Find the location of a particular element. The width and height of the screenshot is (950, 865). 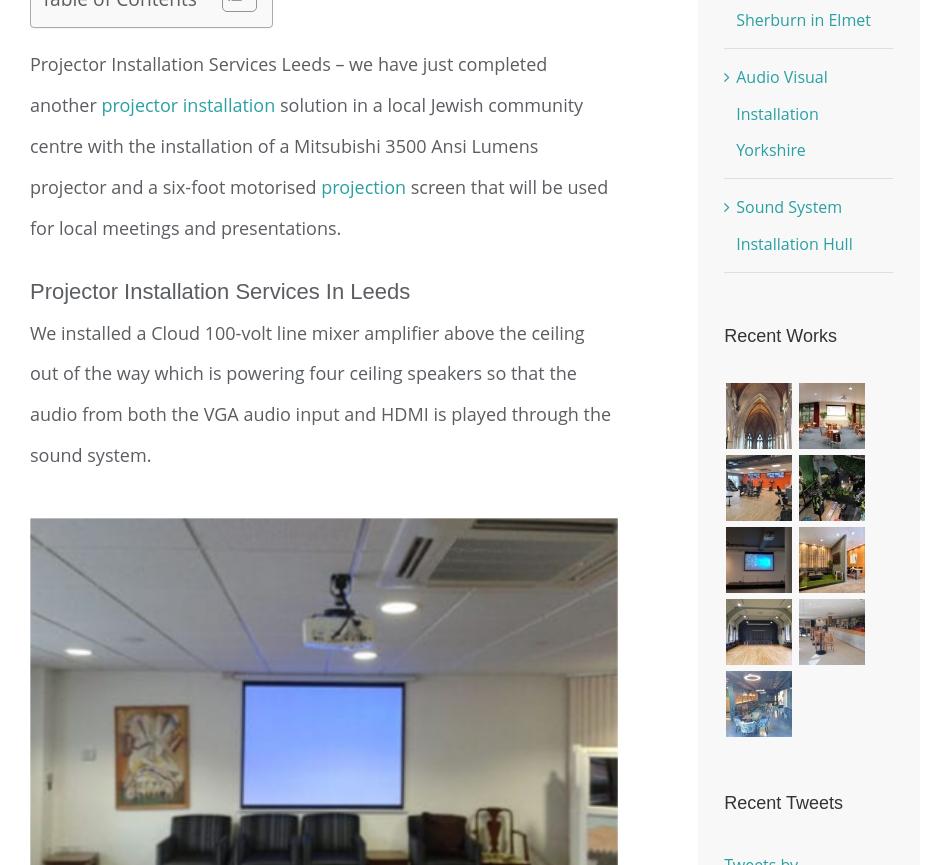

'Sound System Installation Hull' is located at coordinates (793, 223).